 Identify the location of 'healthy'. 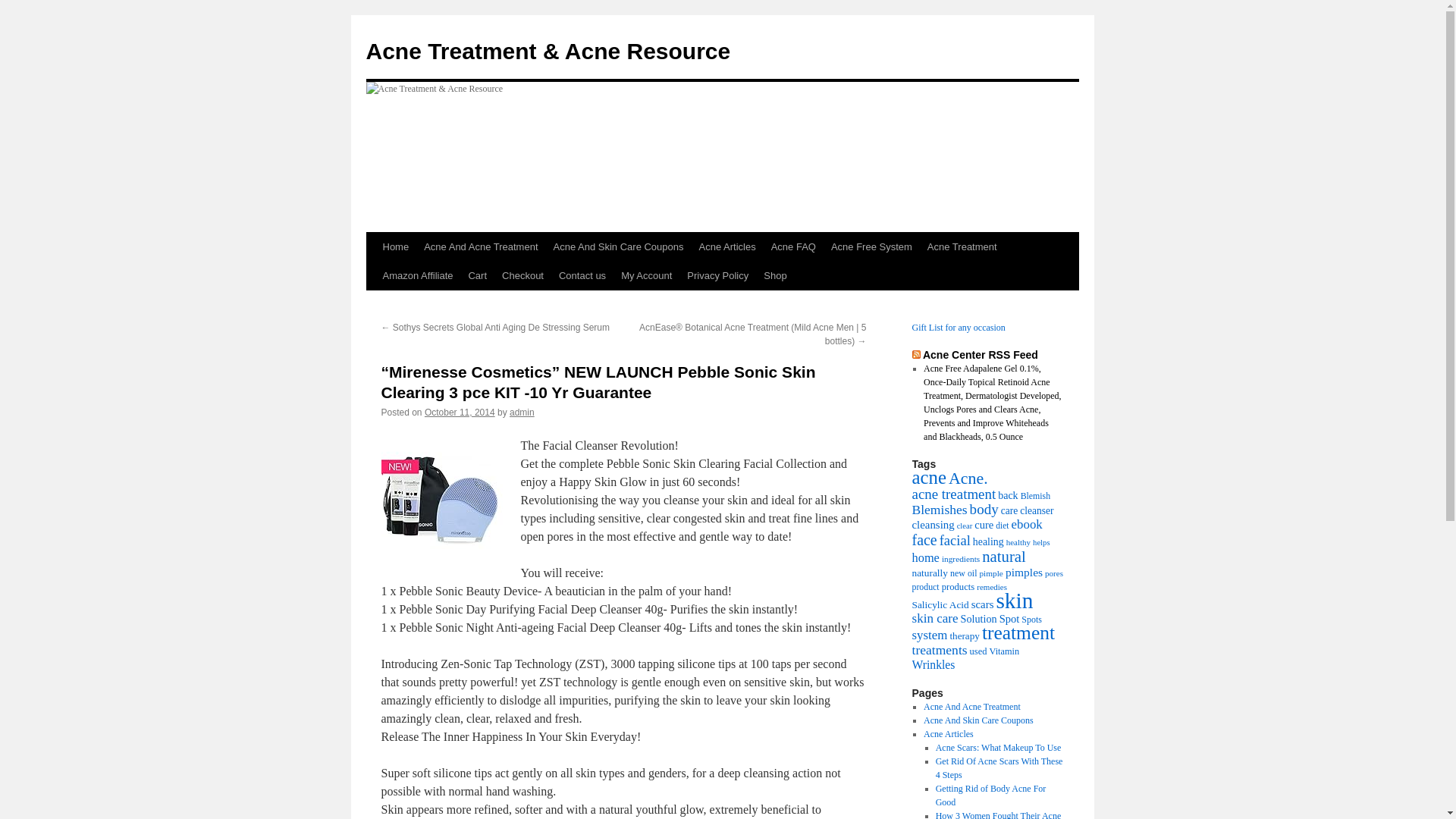
(1006, 541).